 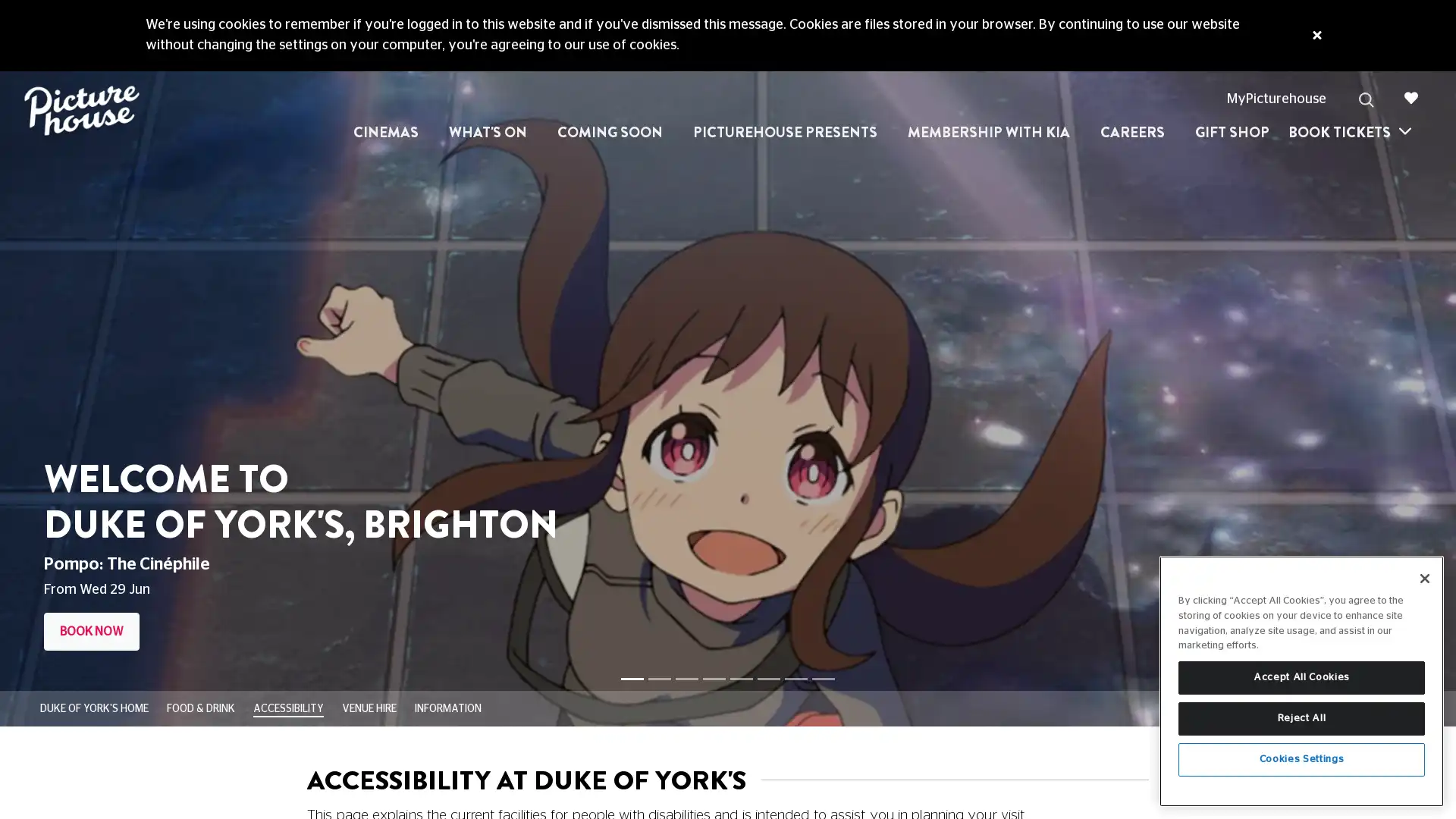 What do you see at coordinates (1301, 760) in the screenshot?
I see `Cookies Settings` at bounding box center [1301, 760].